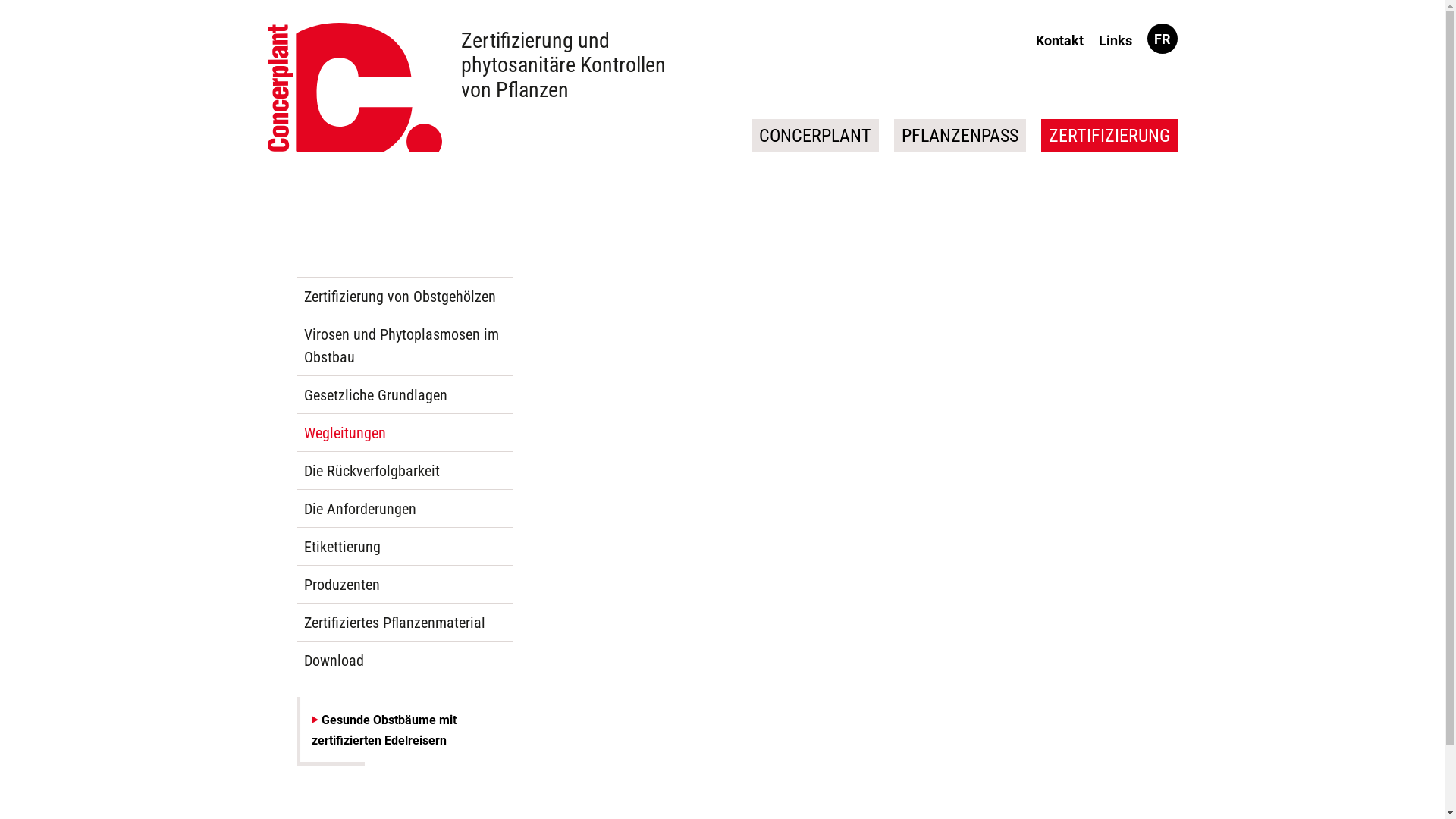  What do you see at coordinates (403, 584) in the screenshot?
I see `'Produzenten'` at bounding box center [403, 584].